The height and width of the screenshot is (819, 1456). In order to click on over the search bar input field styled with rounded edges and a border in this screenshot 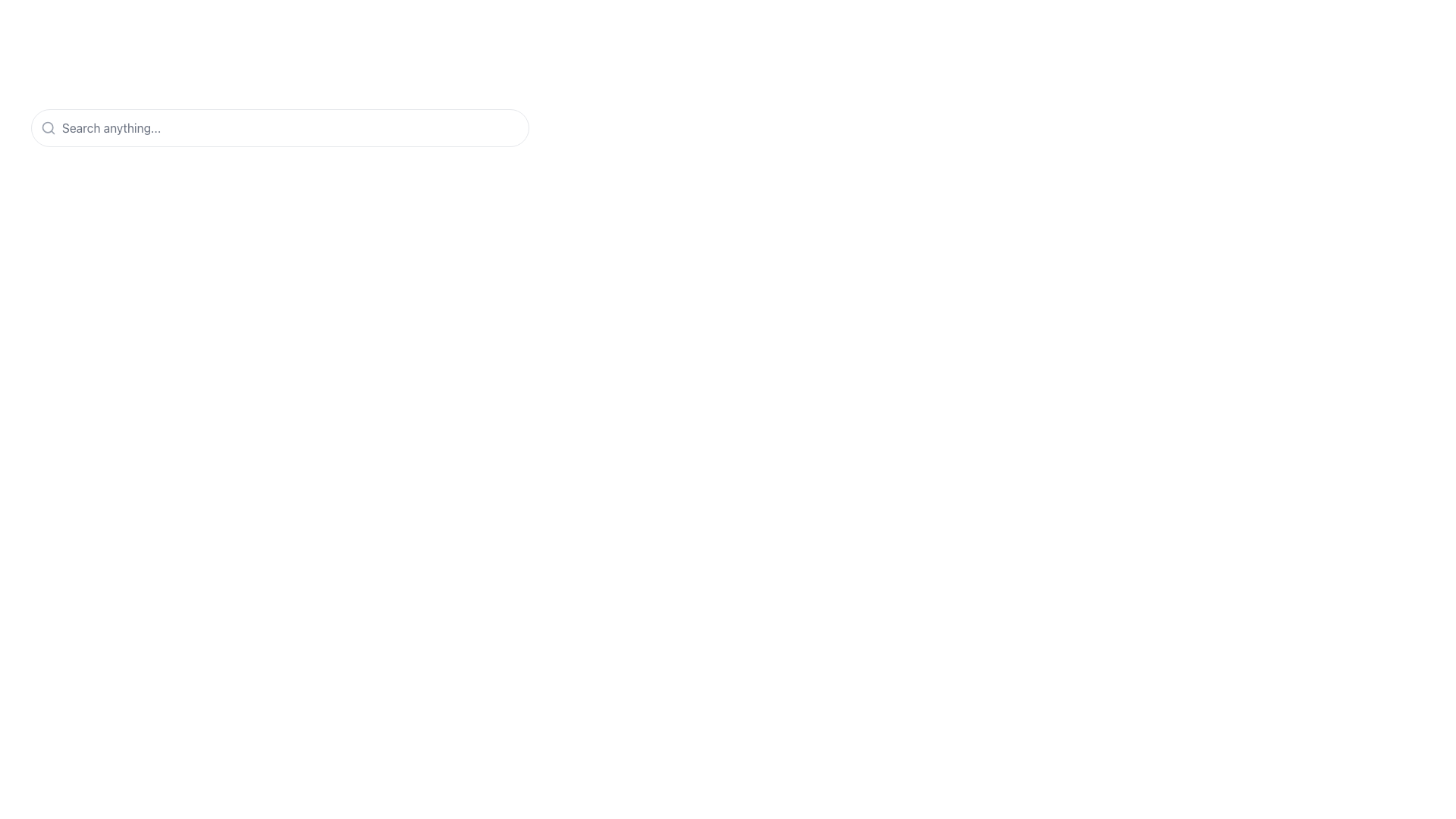, I will do `click(280, 127)`.